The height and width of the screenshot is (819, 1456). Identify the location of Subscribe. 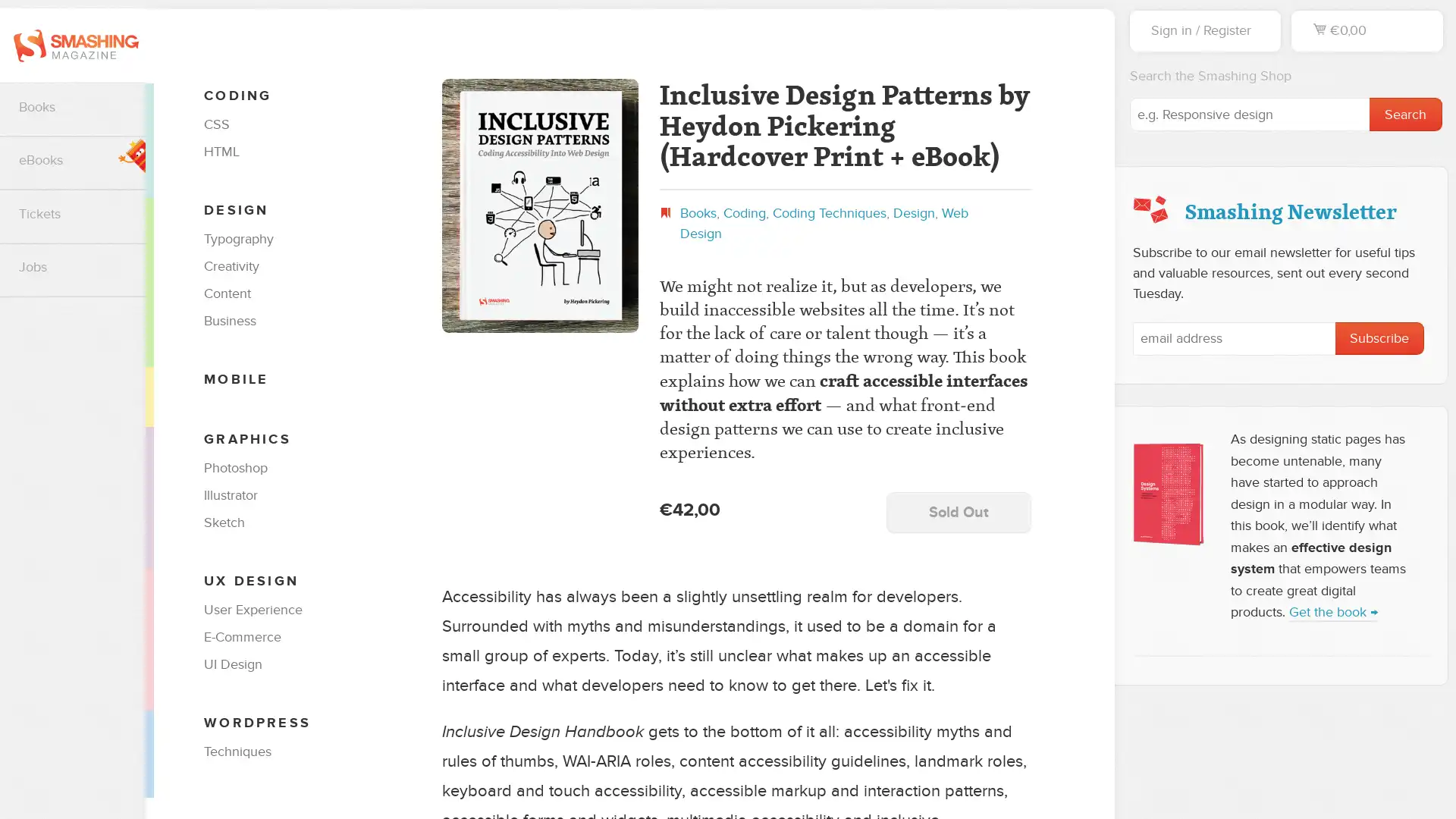
(1379, 337).